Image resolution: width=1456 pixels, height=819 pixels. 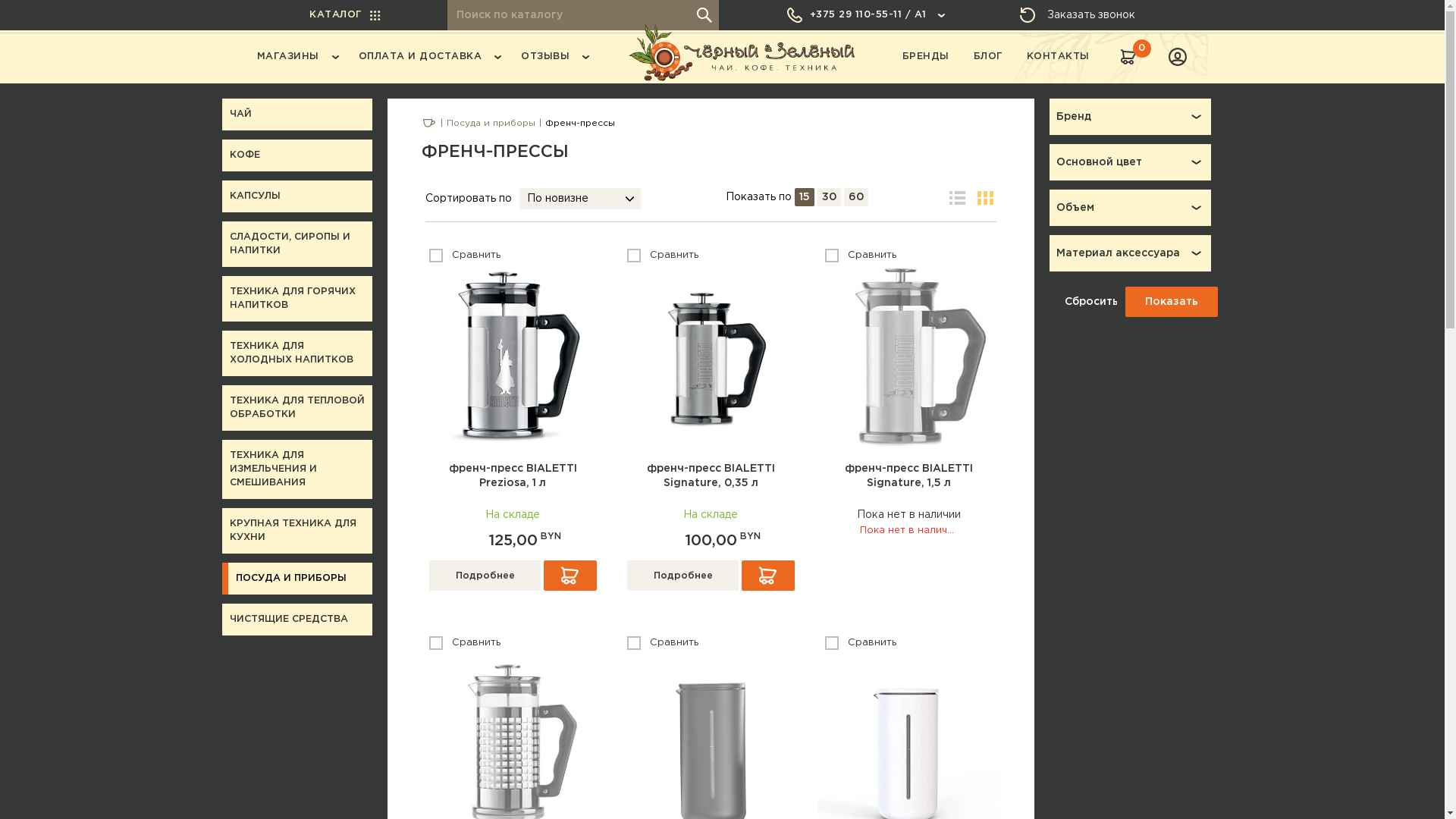 What do you see at coordinates (803, 196) in the screenshot?
I see `'15'` at bounding box center [803, 196].